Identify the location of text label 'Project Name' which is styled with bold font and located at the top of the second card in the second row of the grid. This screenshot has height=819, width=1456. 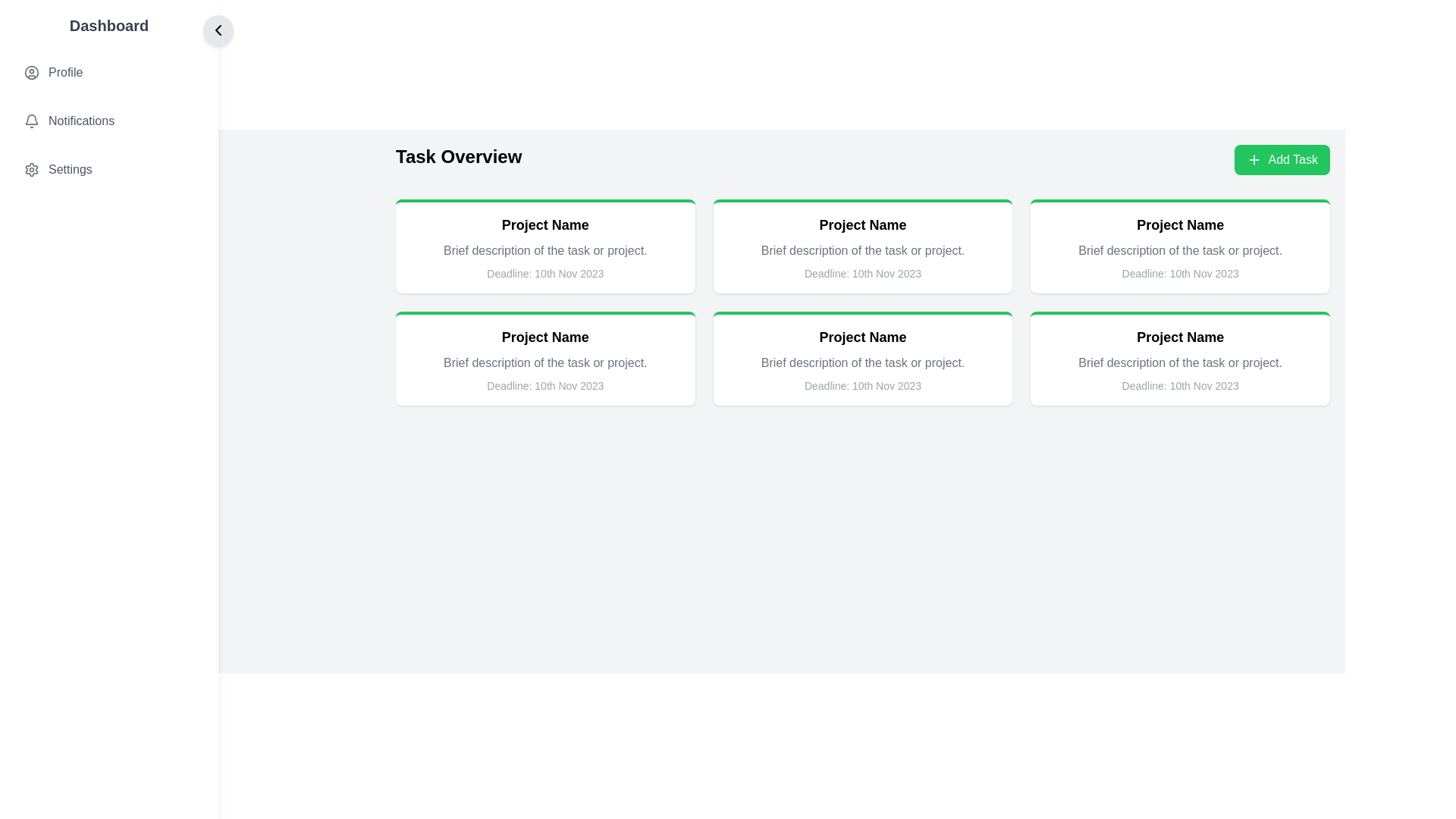
(1179, 336).